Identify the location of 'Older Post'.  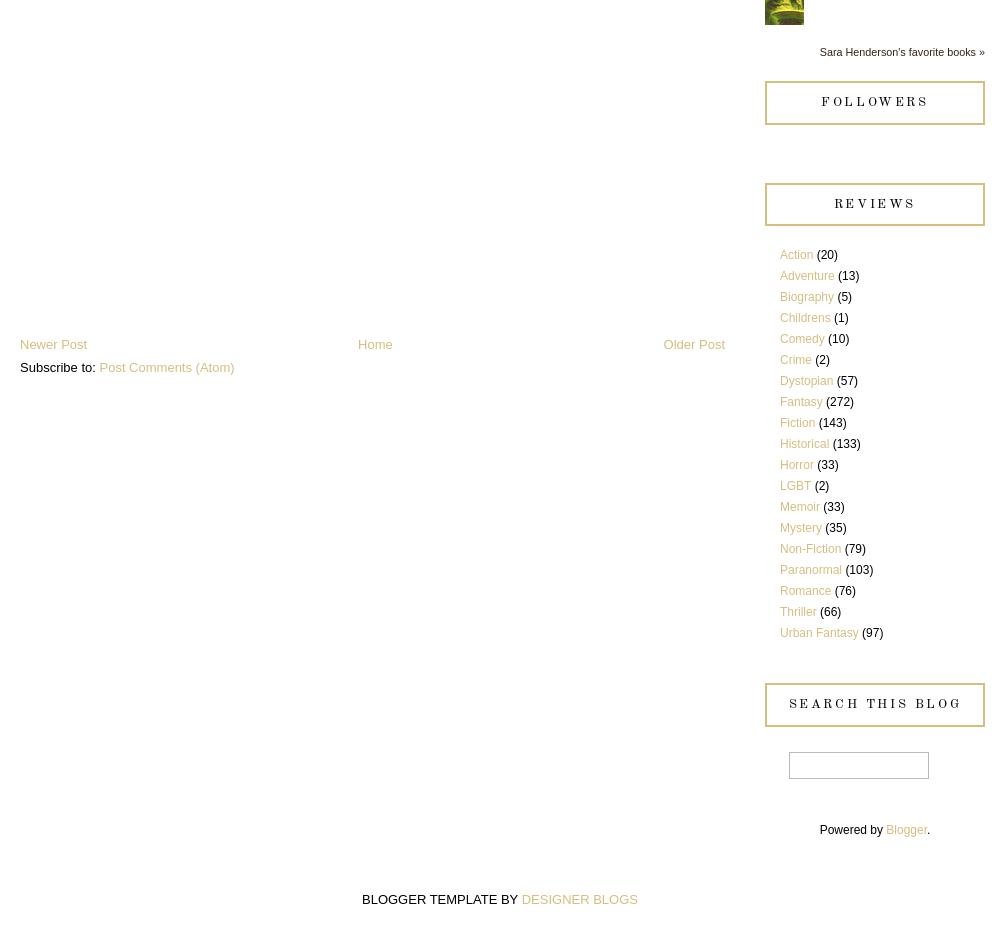
(693, 343).